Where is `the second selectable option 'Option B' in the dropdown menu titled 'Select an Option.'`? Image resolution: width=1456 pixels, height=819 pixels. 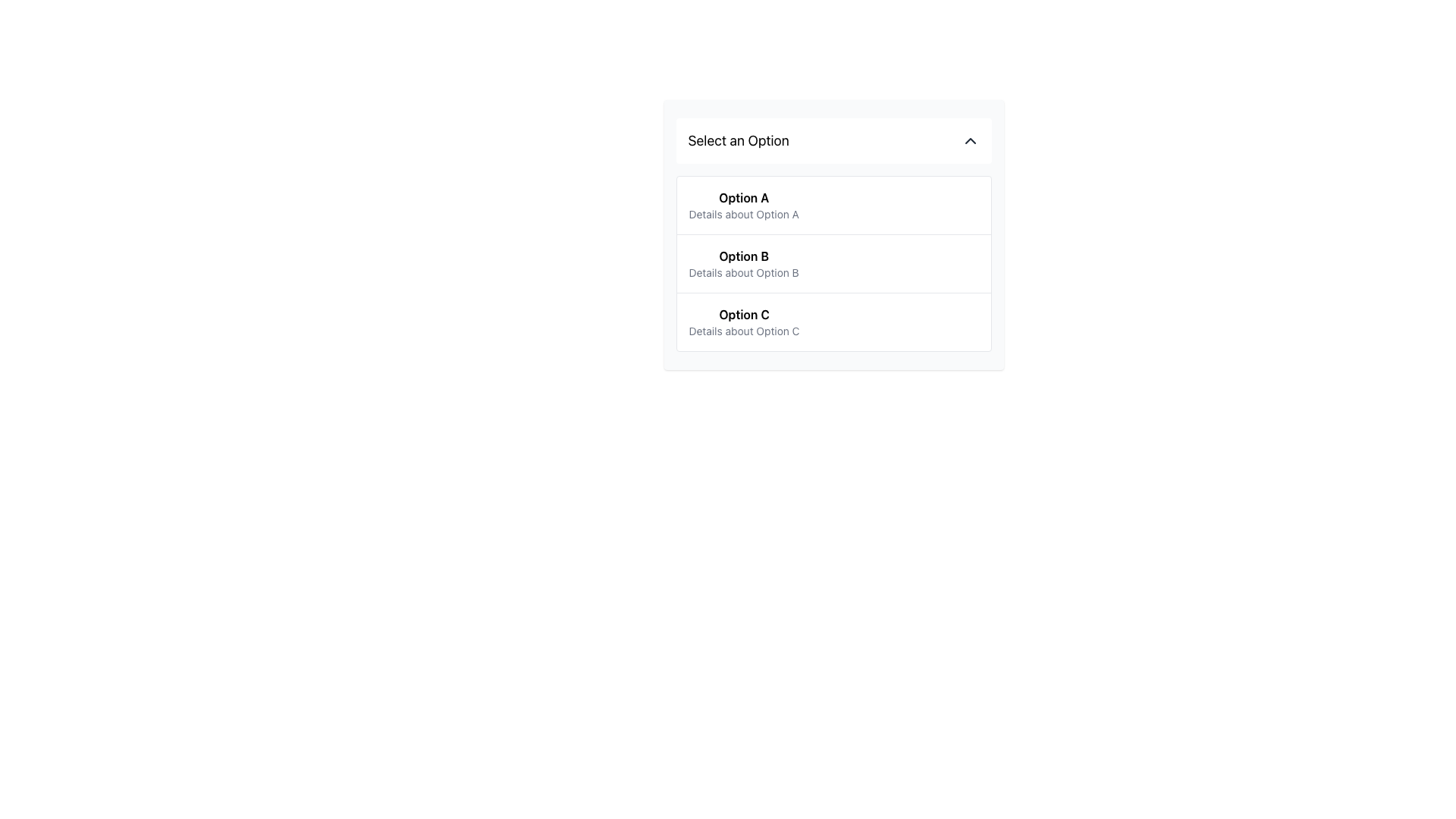
the second selectable option 'Option B' in the dropdown menu titled 'Select an Option.' is located at coordinates (744, 262).